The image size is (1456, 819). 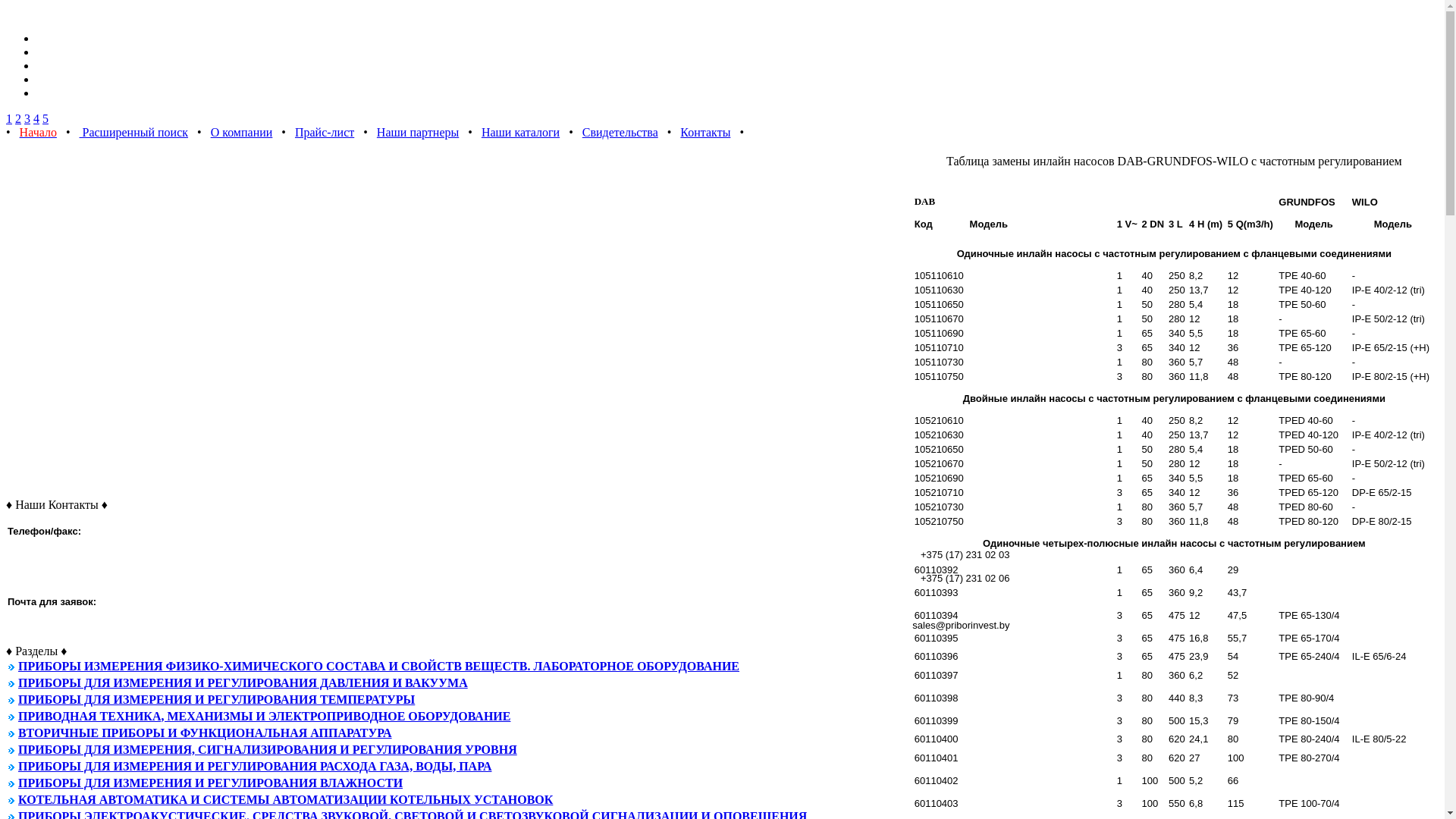 I want to click on '5', so click(x=45, y=118).